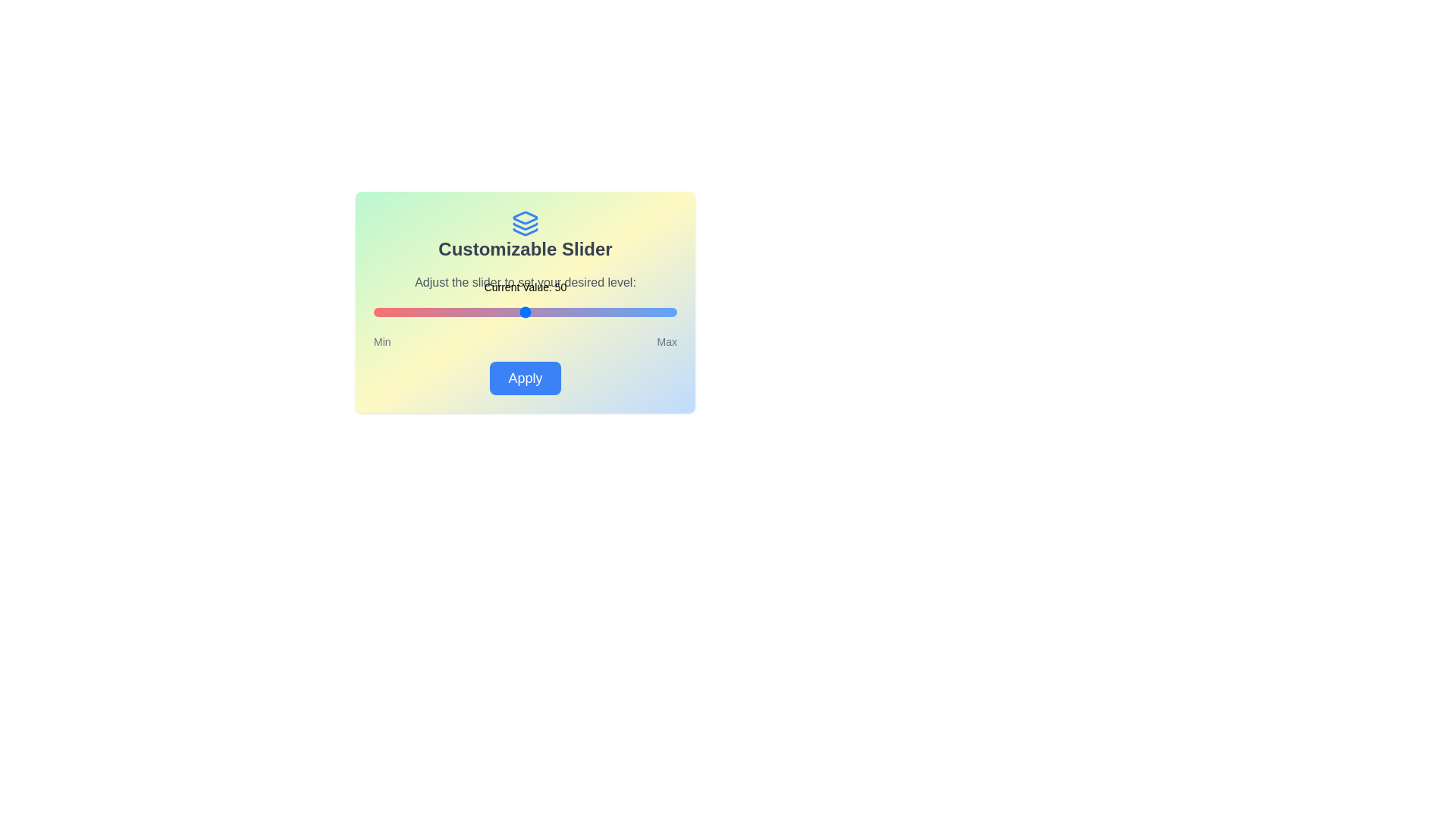 The width and height of the screenshot is (1456, 819). What do you see at coordinates (670, 312) in the screenshot?
I see `the slider to set its value to 98` at bounding box center [670, 312].